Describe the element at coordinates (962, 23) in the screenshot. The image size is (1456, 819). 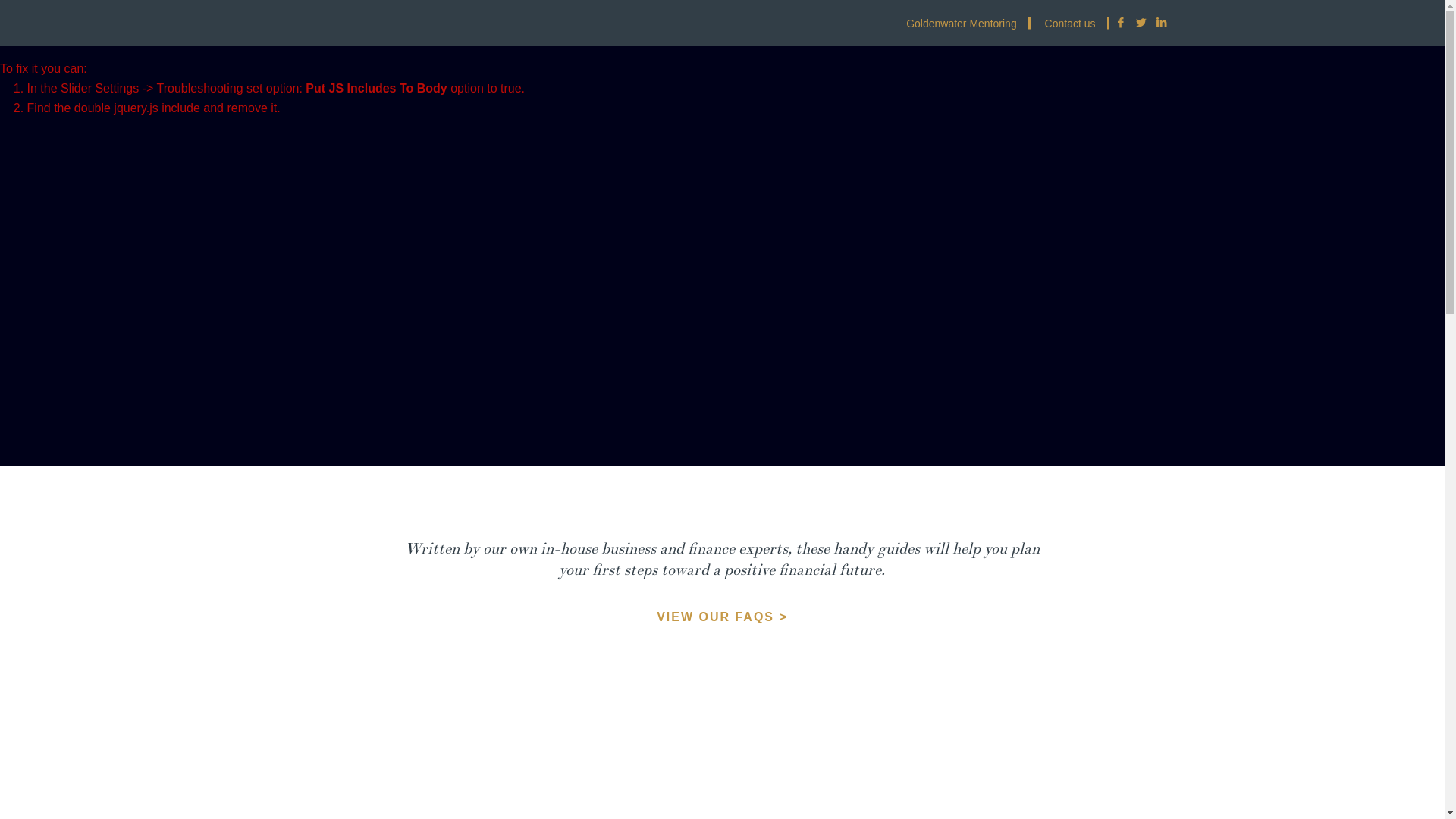
I see `'Goldenwater Mentoring'` at that location.